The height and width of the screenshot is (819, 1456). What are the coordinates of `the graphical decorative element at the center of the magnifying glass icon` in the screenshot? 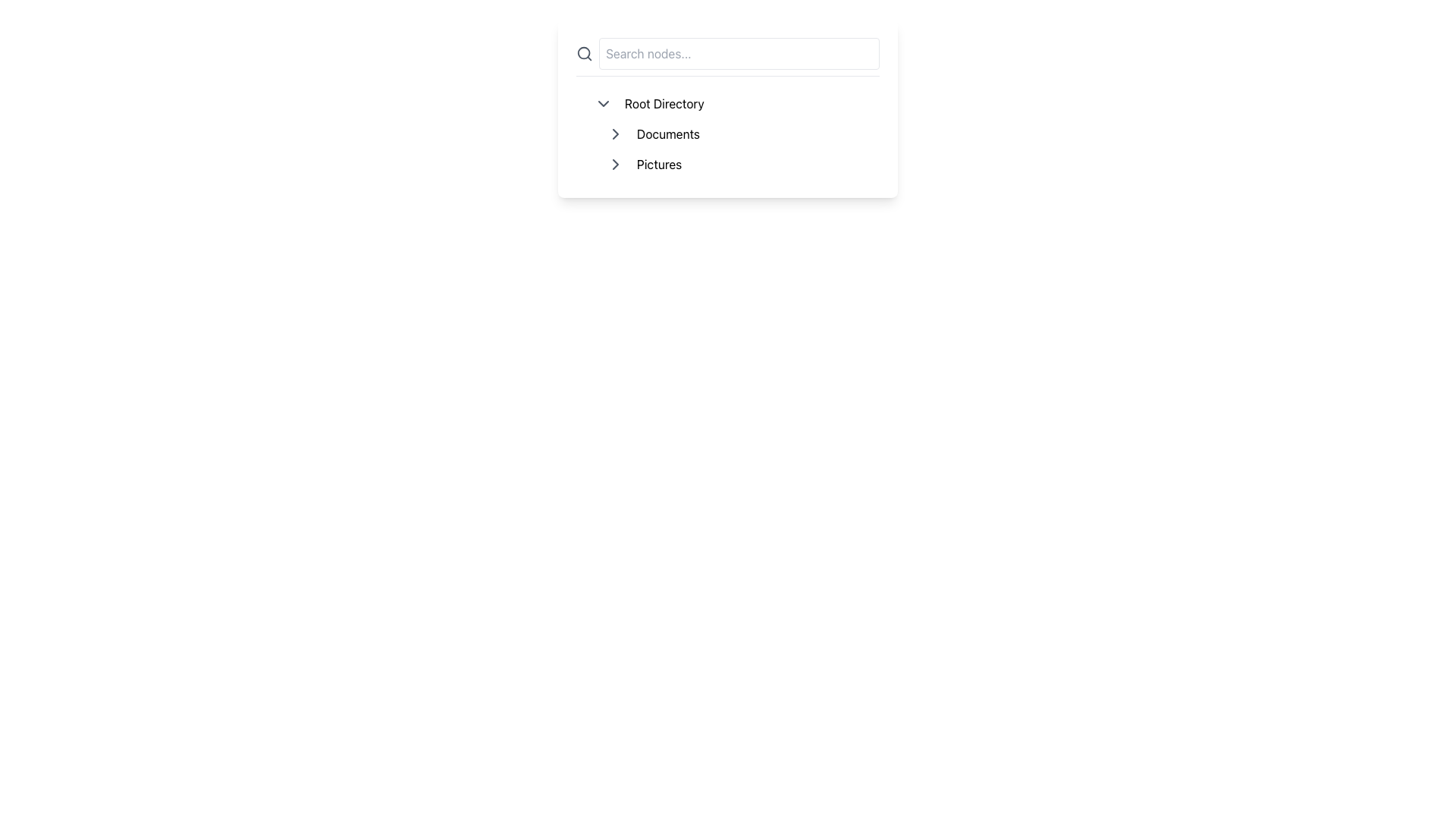 It's located at (583, 52).